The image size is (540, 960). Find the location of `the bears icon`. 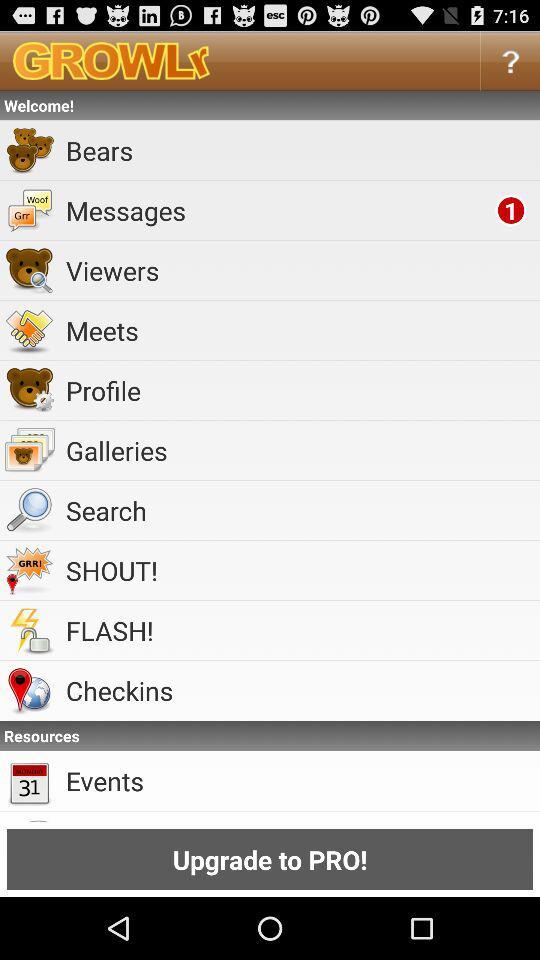

the bears icon is located at coordinates (298, 149).